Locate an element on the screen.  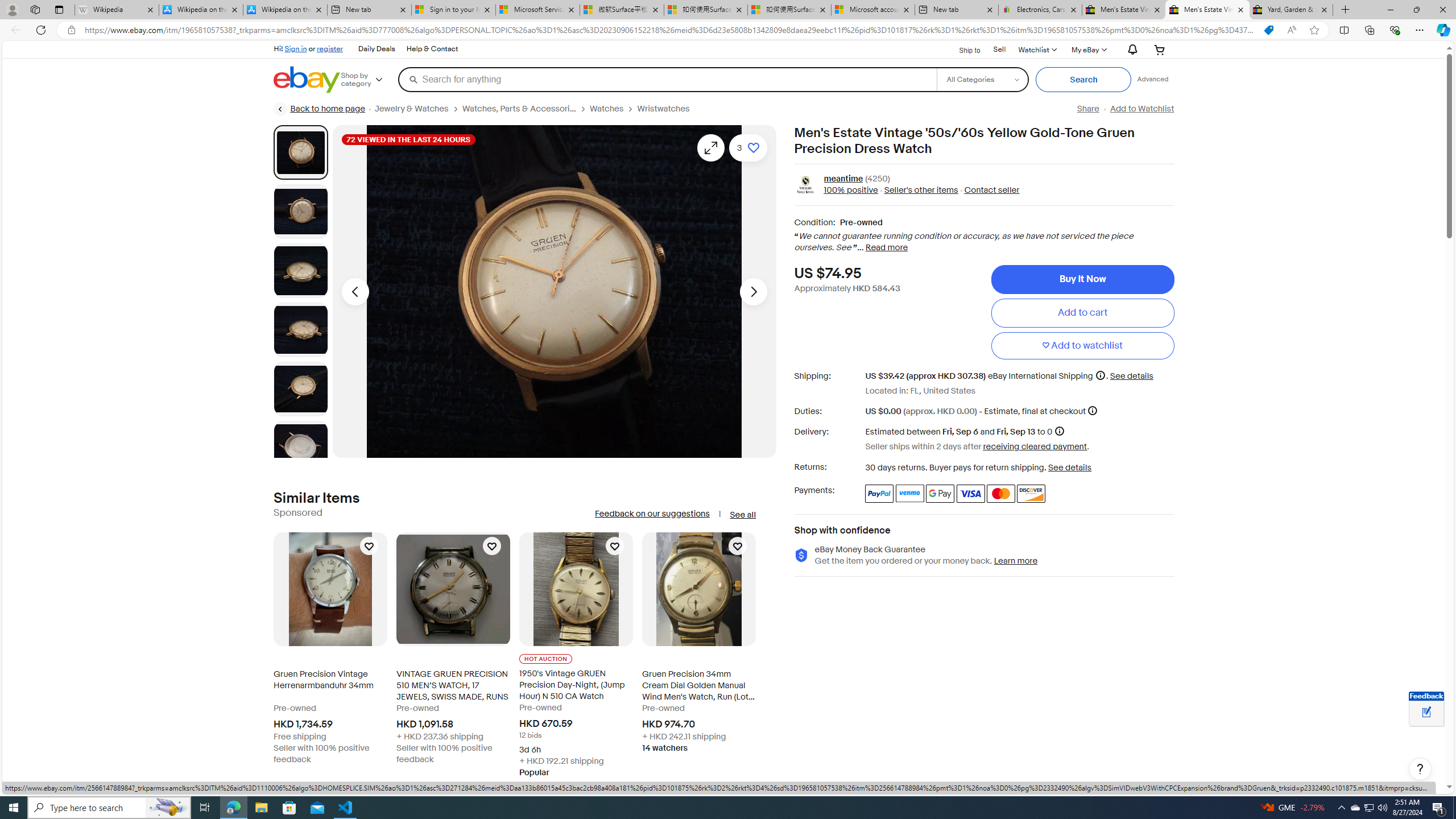
'Add to cart' is located at coordinates (1082, 312).